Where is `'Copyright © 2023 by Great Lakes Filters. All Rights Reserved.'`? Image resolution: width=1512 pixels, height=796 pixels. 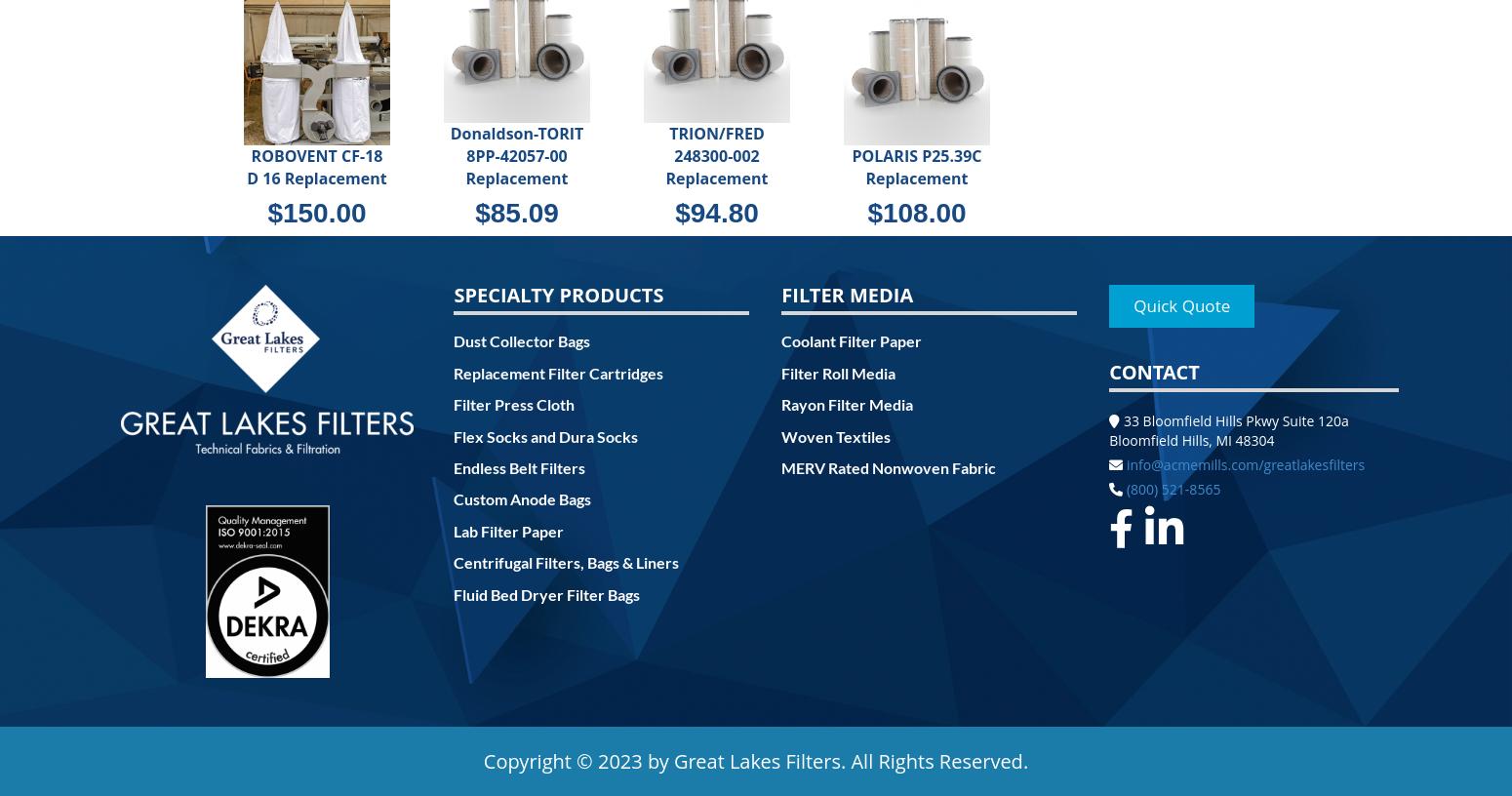
'Copyright © 2023 by Great Lakes Filters. All Rights Reserved.' is located at coordinates (755, 761).